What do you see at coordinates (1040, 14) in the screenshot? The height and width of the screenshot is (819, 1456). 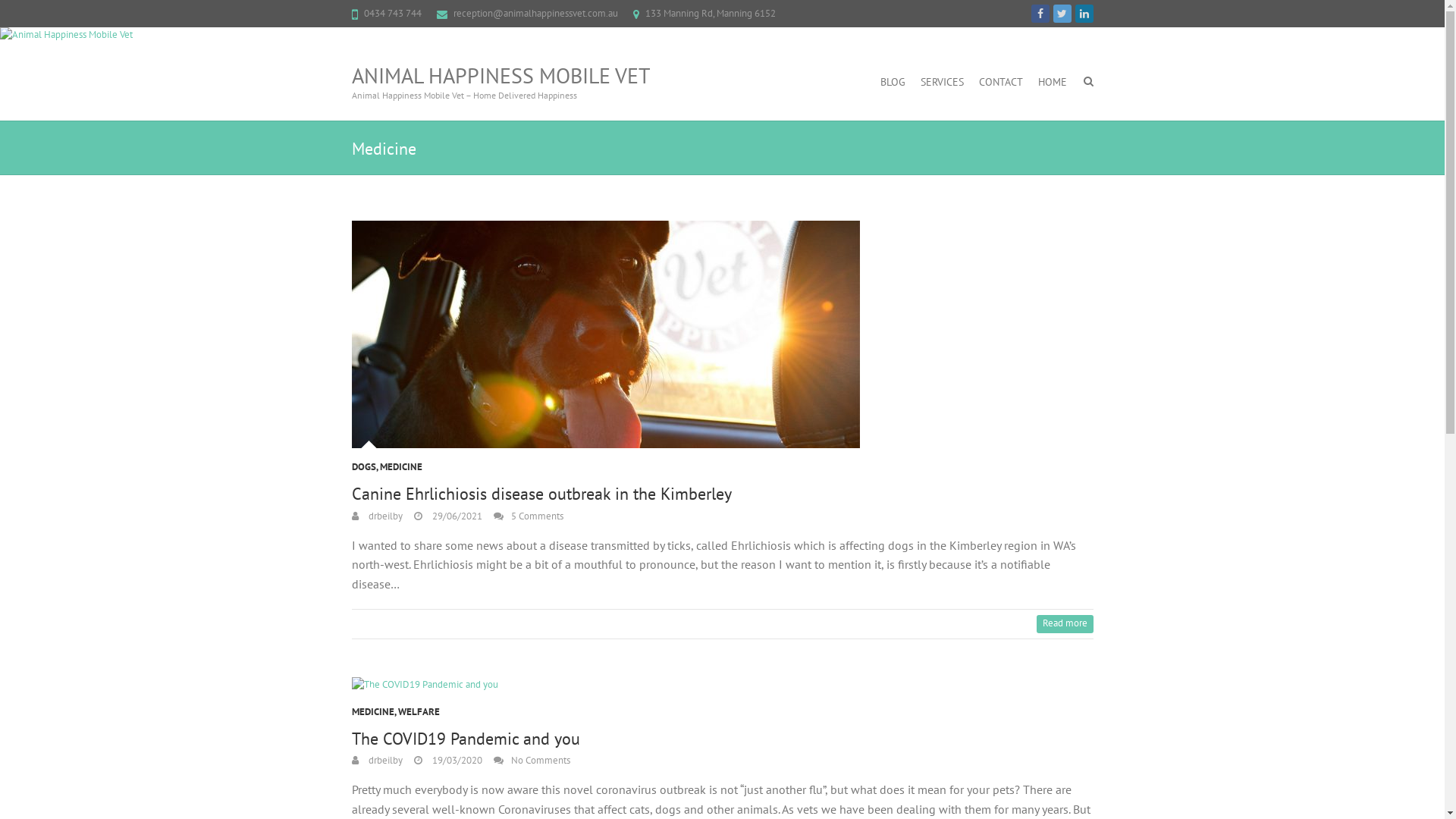 I see `'Animal Happiness Mobile Vet on Facebook'` at bounding box center [1040, 14].